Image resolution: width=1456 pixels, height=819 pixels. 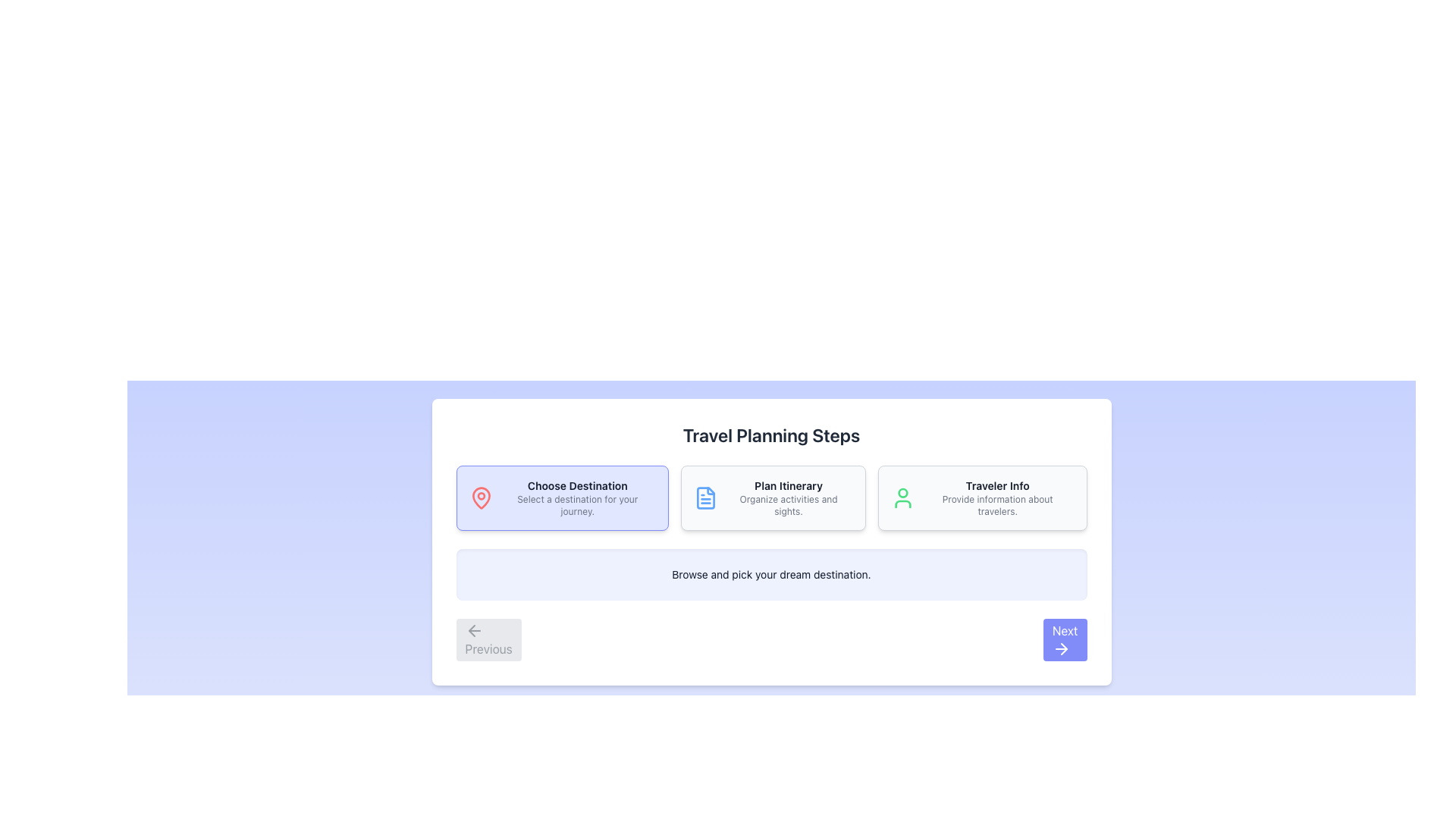 I want to click on the text label displaying 'Select a destination for your journey.' located below the heading 'Choose Destination' in the Travel Planning Steps section, so click(x=576, y=506).